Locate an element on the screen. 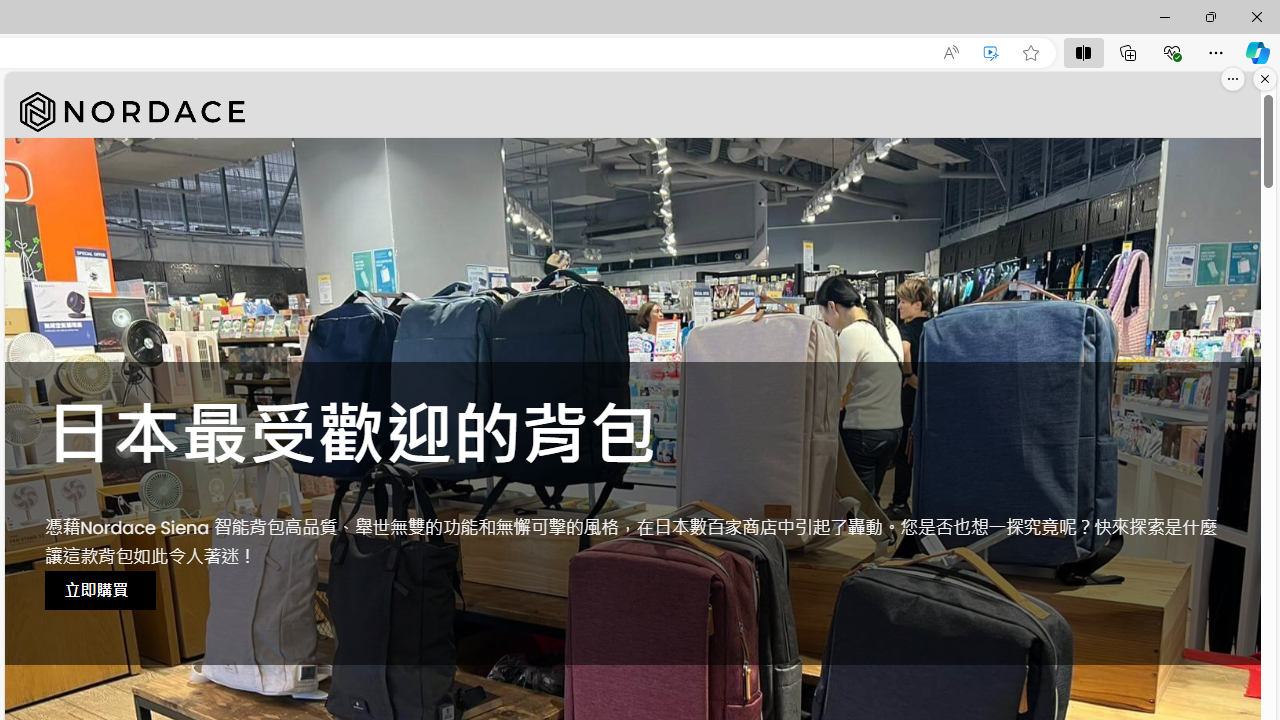  'Settings and more (Alt+F)' is located at coordinates (1215, 51).